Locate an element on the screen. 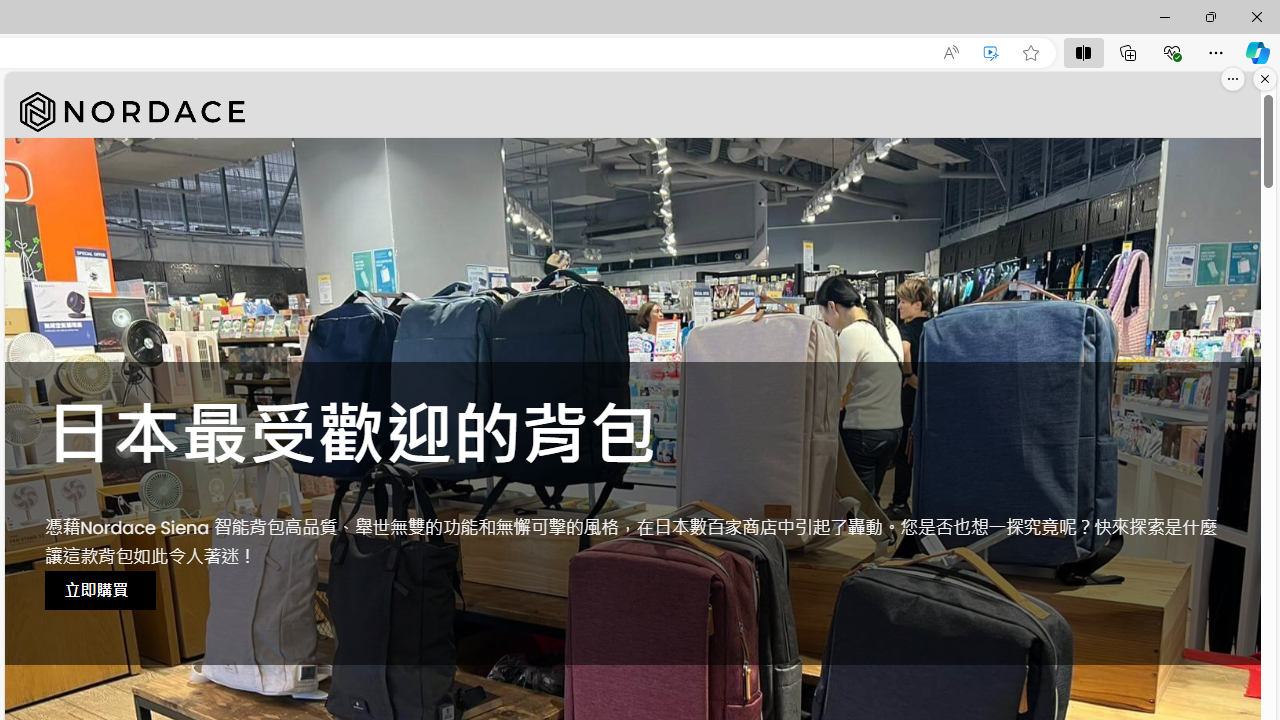  'Settings and more (Alt+F)' is located at coordinates (1215, 51).